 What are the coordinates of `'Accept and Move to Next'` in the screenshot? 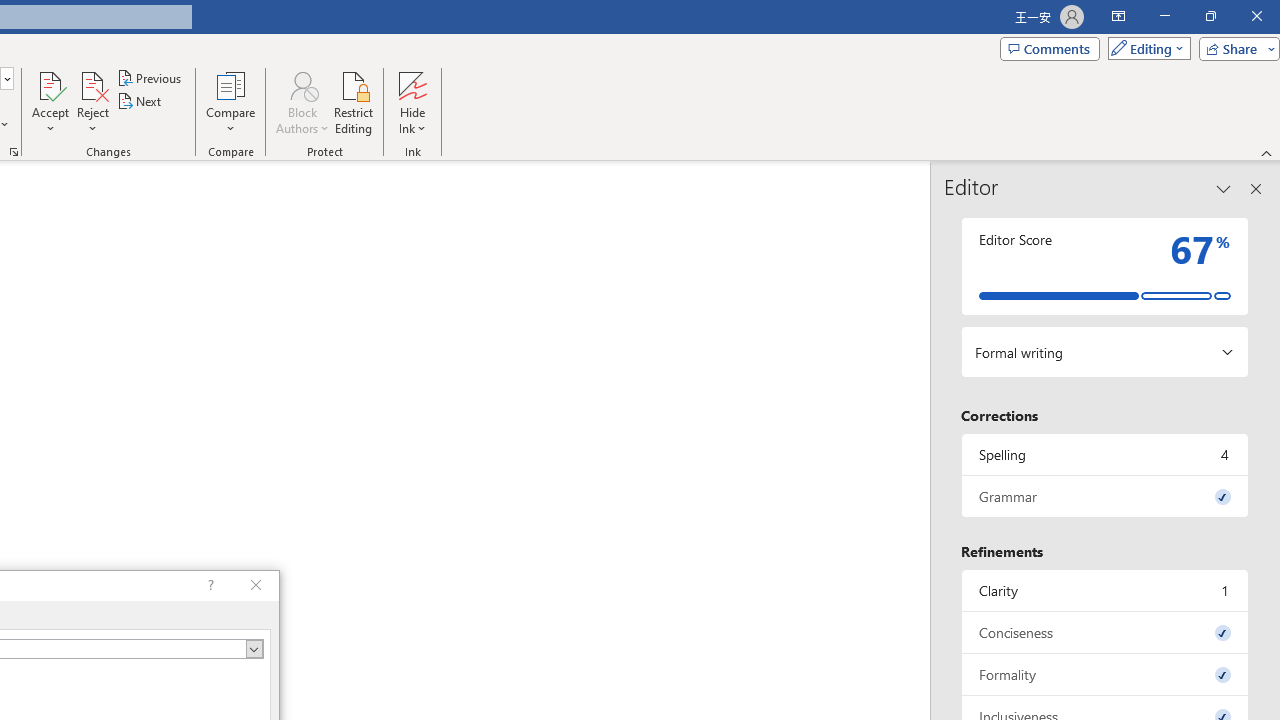 It's located at (50, 84).